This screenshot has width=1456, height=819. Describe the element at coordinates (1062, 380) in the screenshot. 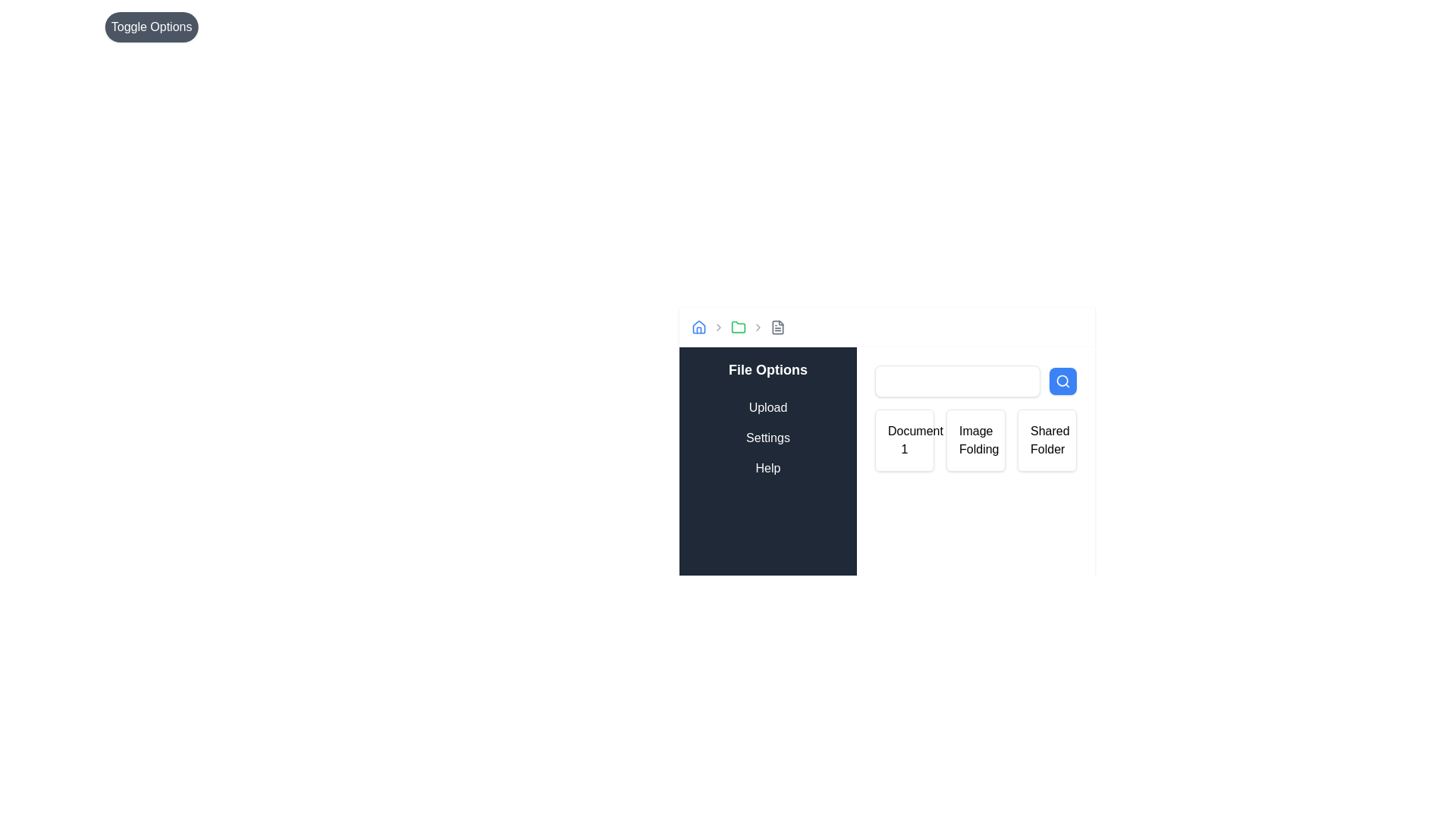

I see `the magnifying glass icon within the search button, which is styled with a blue background and located near the top-right part of the interface` at that location.